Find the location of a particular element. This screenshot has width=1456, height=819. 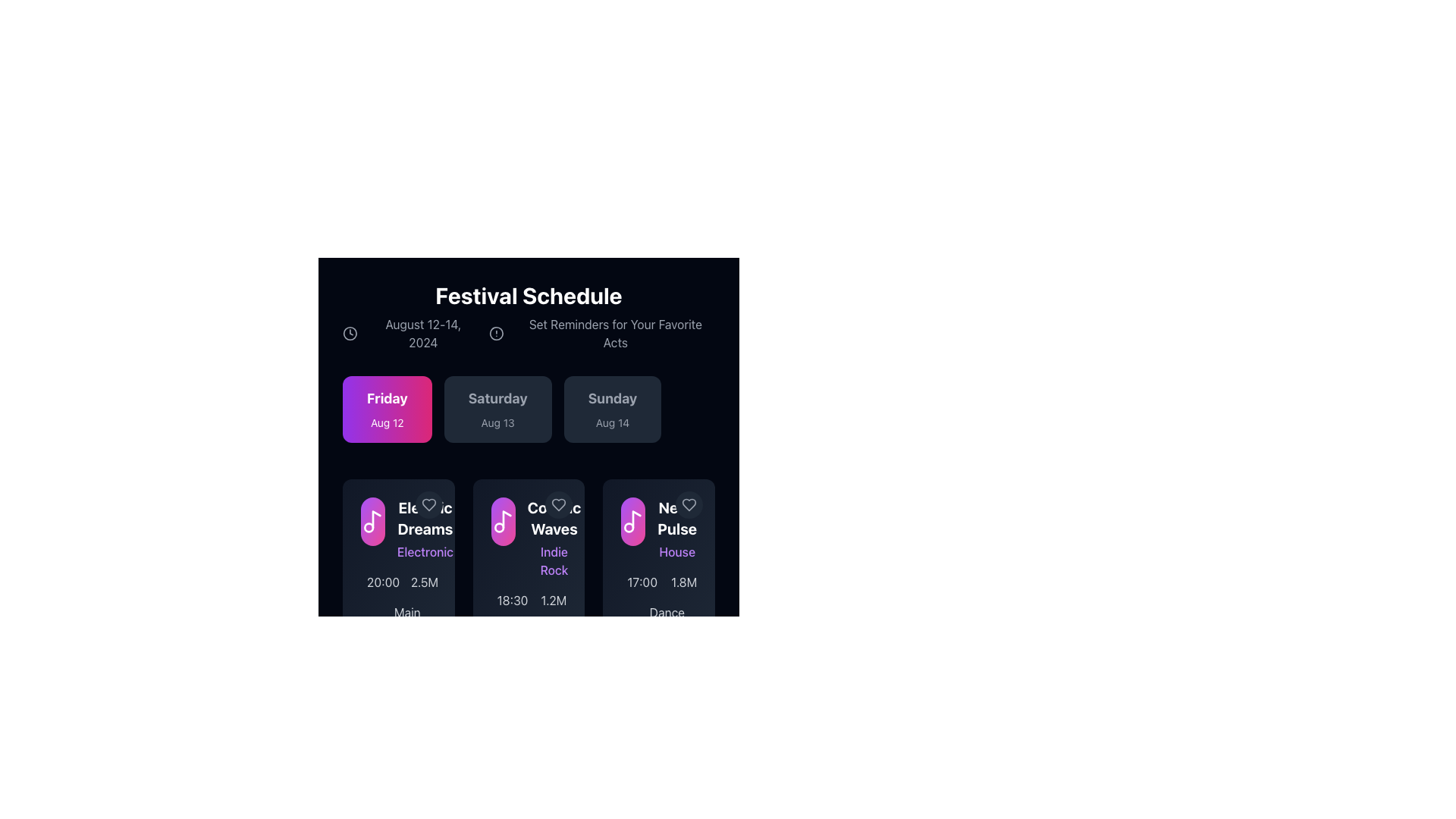

the Text Label displaying 'Dance Arena' styled in gray, located at the bottom edge of the card under the 'Neo Pulse' event details is located at coordinates (667, 622).